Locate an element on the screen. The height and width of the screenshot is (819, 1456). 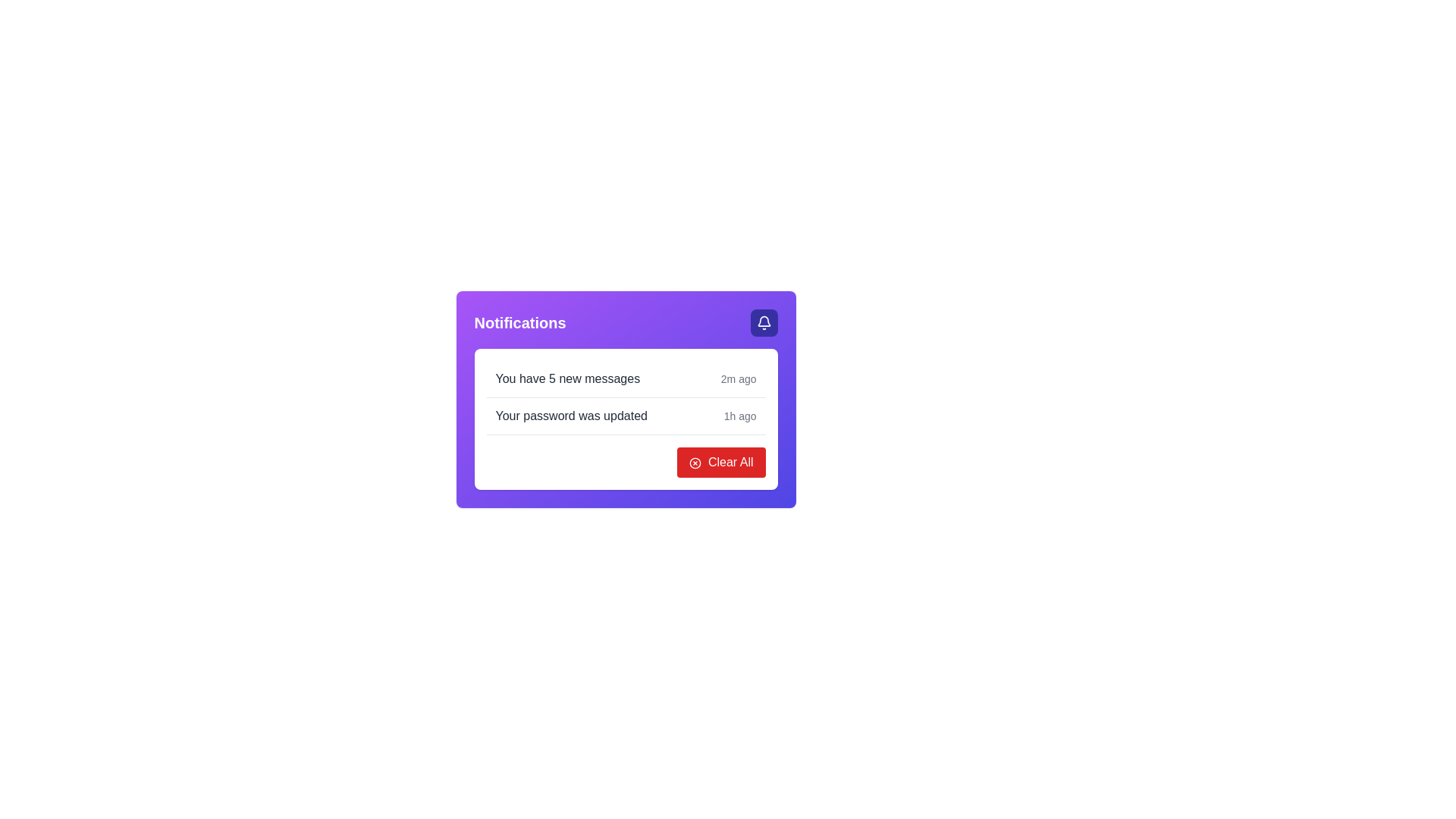
the bell icon outlined in white on an indigo circular background located in the top-right corner of the notification card is located at coordinates (764, 322).